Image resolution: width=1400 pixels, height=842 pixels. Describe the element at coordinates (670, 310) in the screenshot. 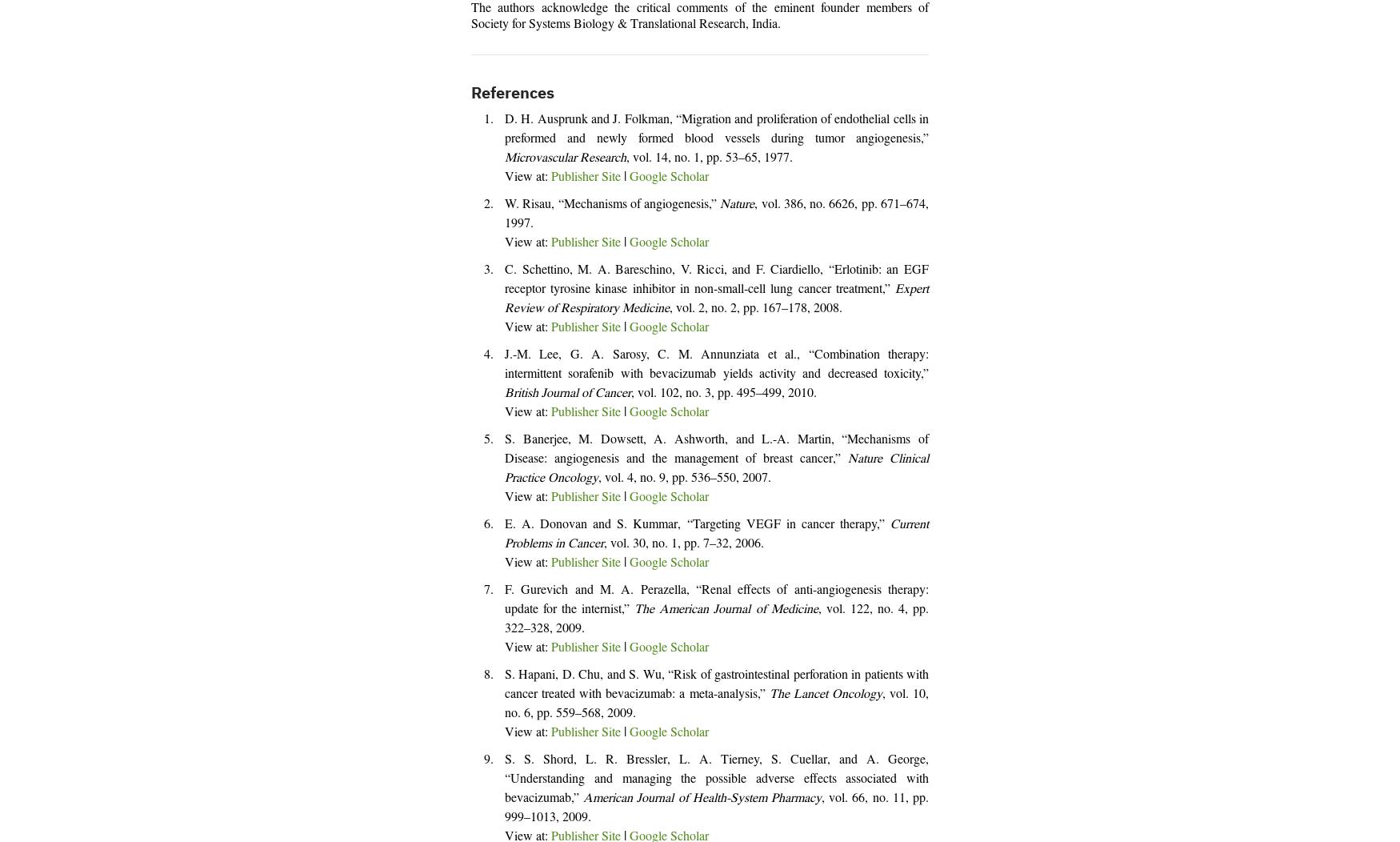

I see `', vol. 2, no. 2, pp. 167–178, 2008.'` at that location.